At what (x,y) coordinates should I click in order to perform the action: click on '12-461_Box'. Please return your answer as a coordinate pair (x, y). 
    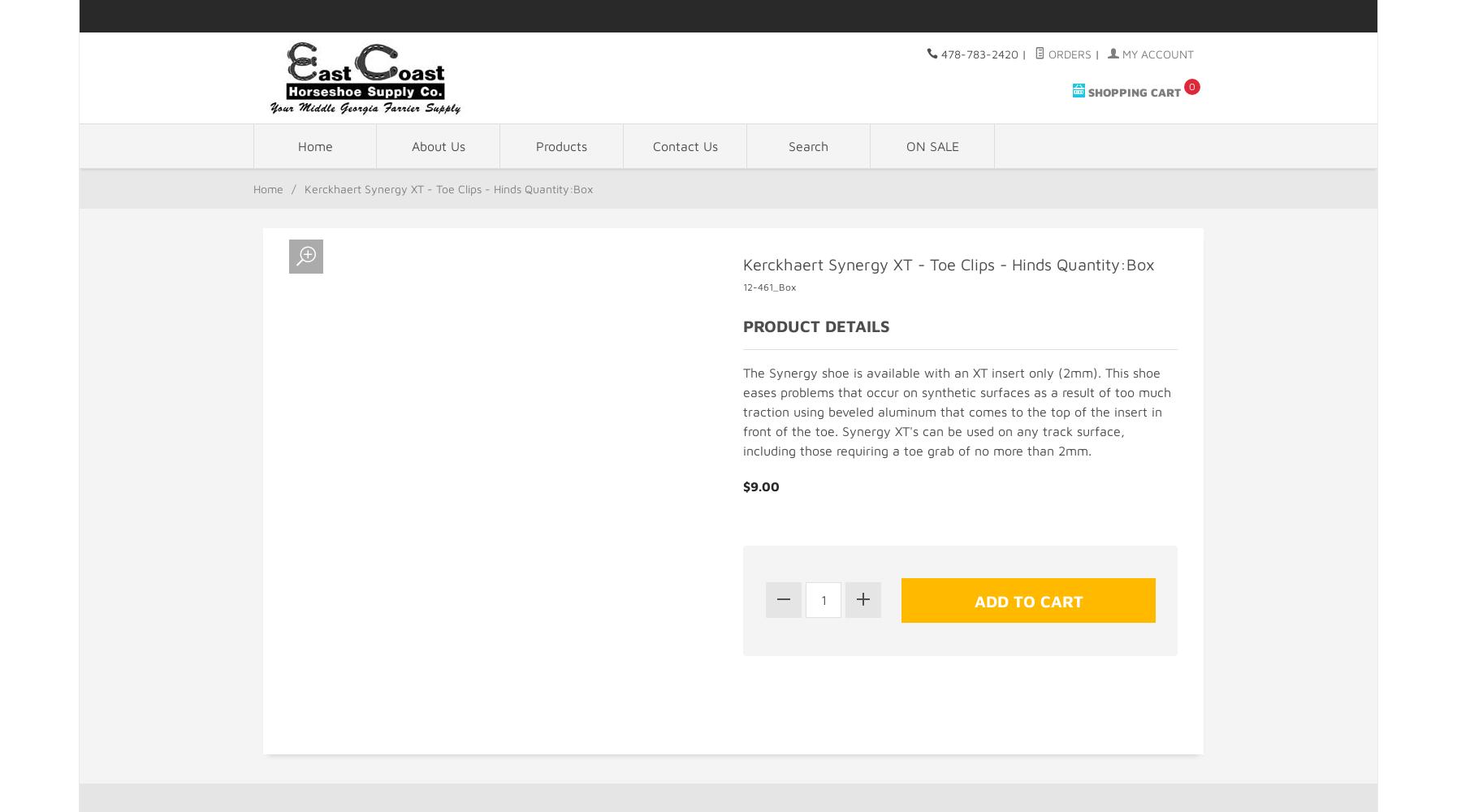
    Looking at the image, I should click on (768, 285).